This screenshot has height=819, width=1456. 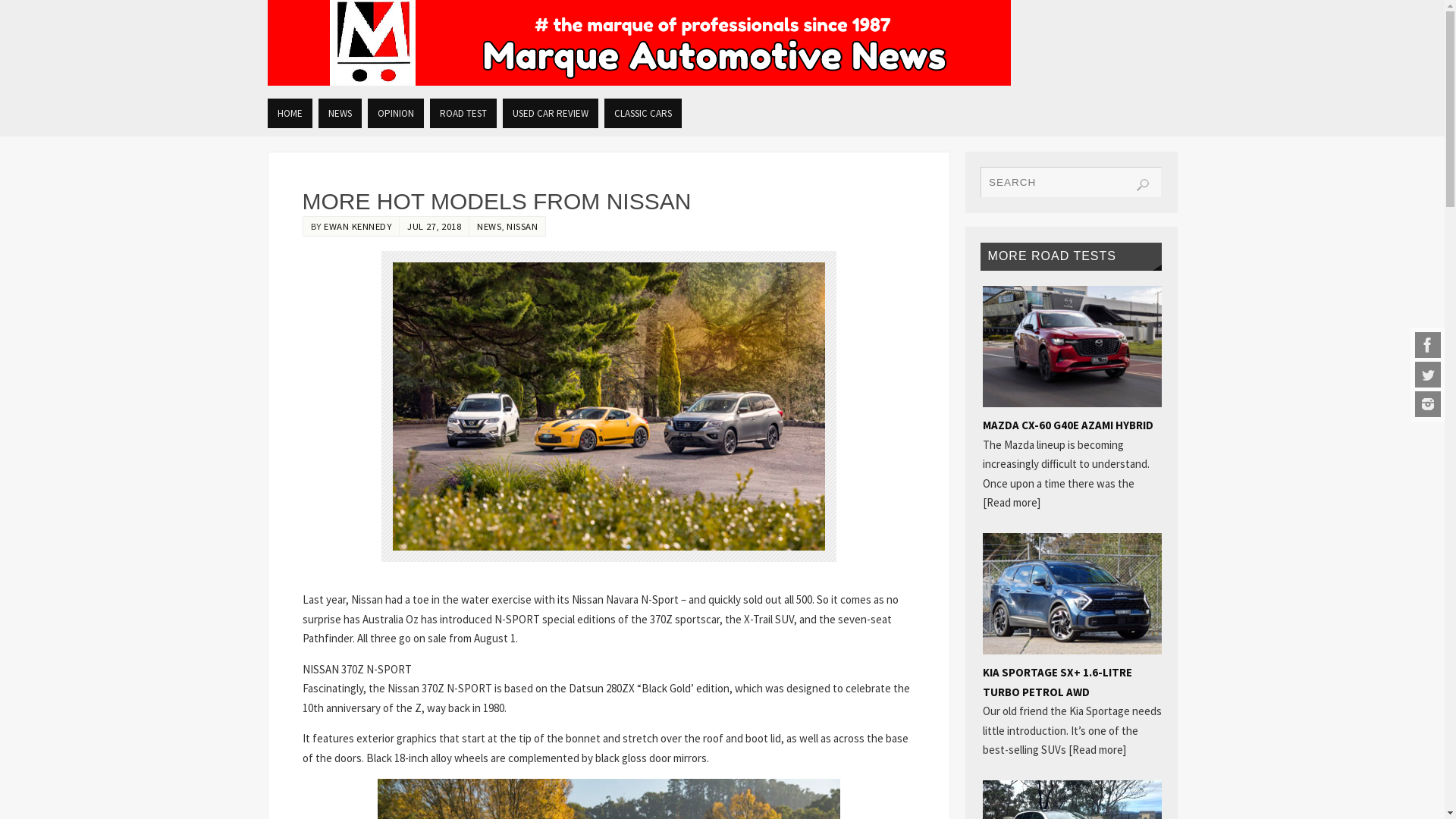 What do you see at coordinates (642, 112) in the screenshot?
I see `'CLASSIC CARS'` at bounding box center [642, 112].